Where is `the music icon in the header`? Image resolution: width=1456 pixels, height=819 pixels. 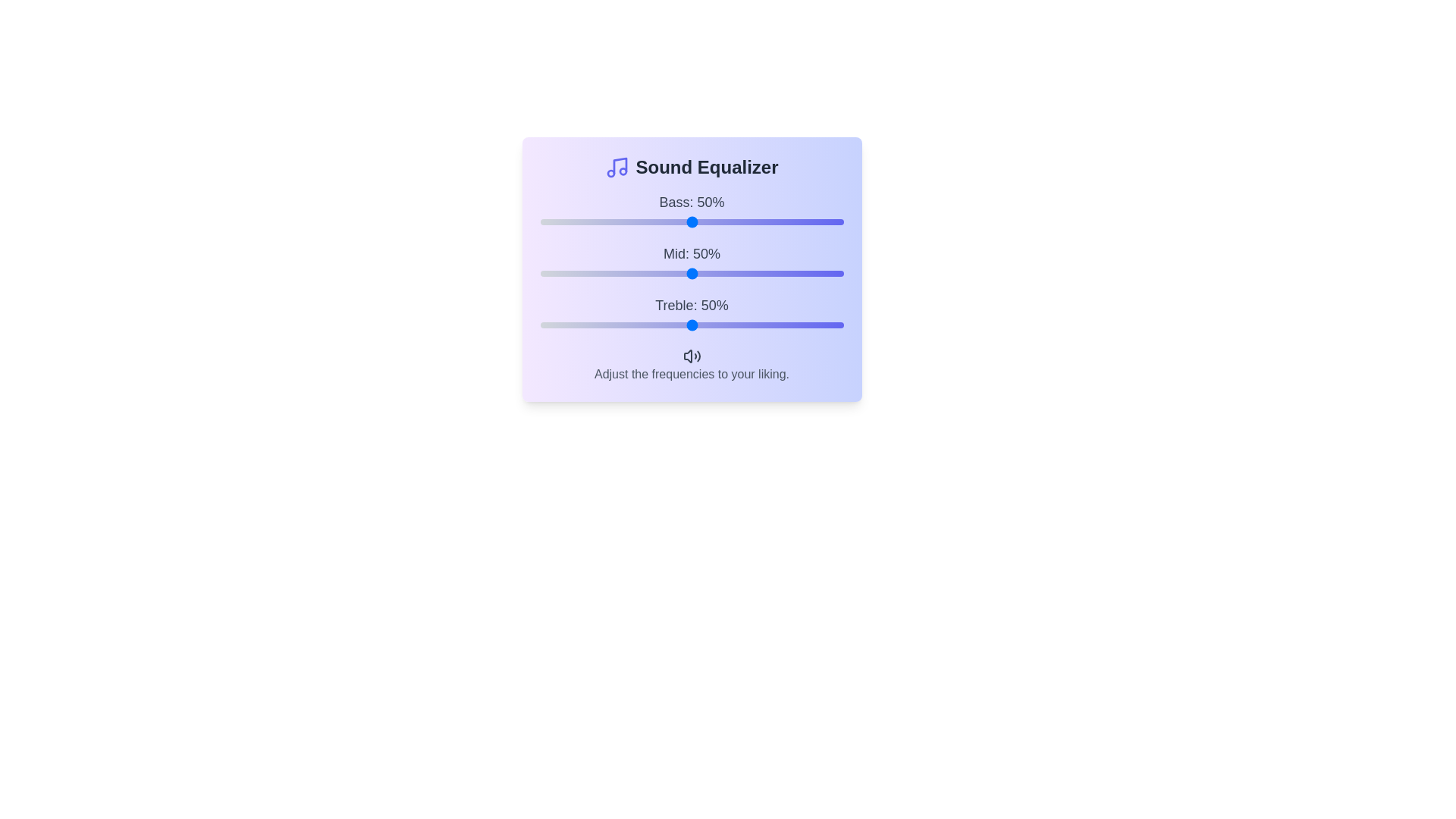 the music icon in the header is located at coordinates (617, 167).